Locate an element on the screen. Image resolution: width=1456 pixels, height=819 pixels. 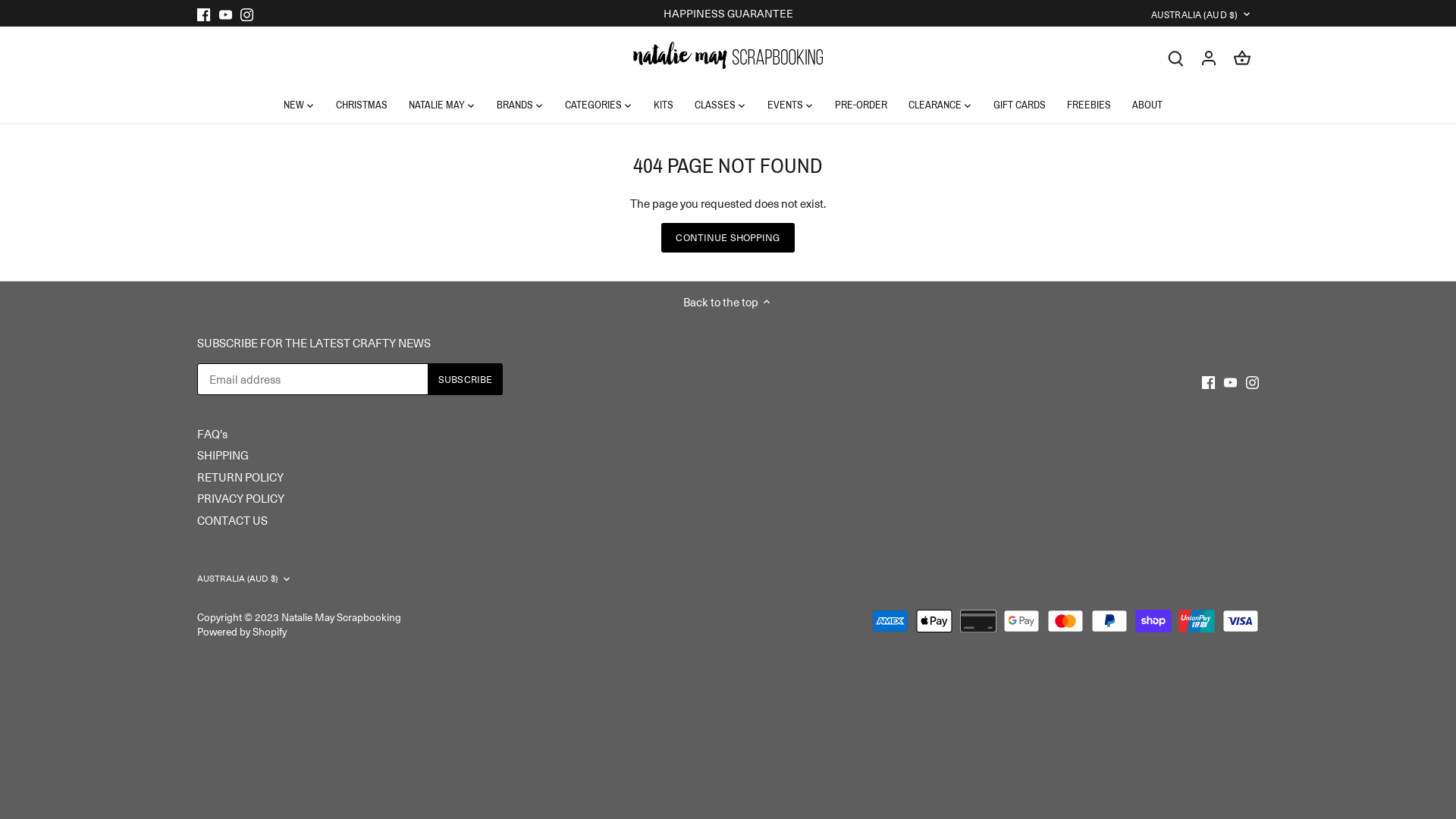
'Back to the top' is located at coordinates (728, 301).